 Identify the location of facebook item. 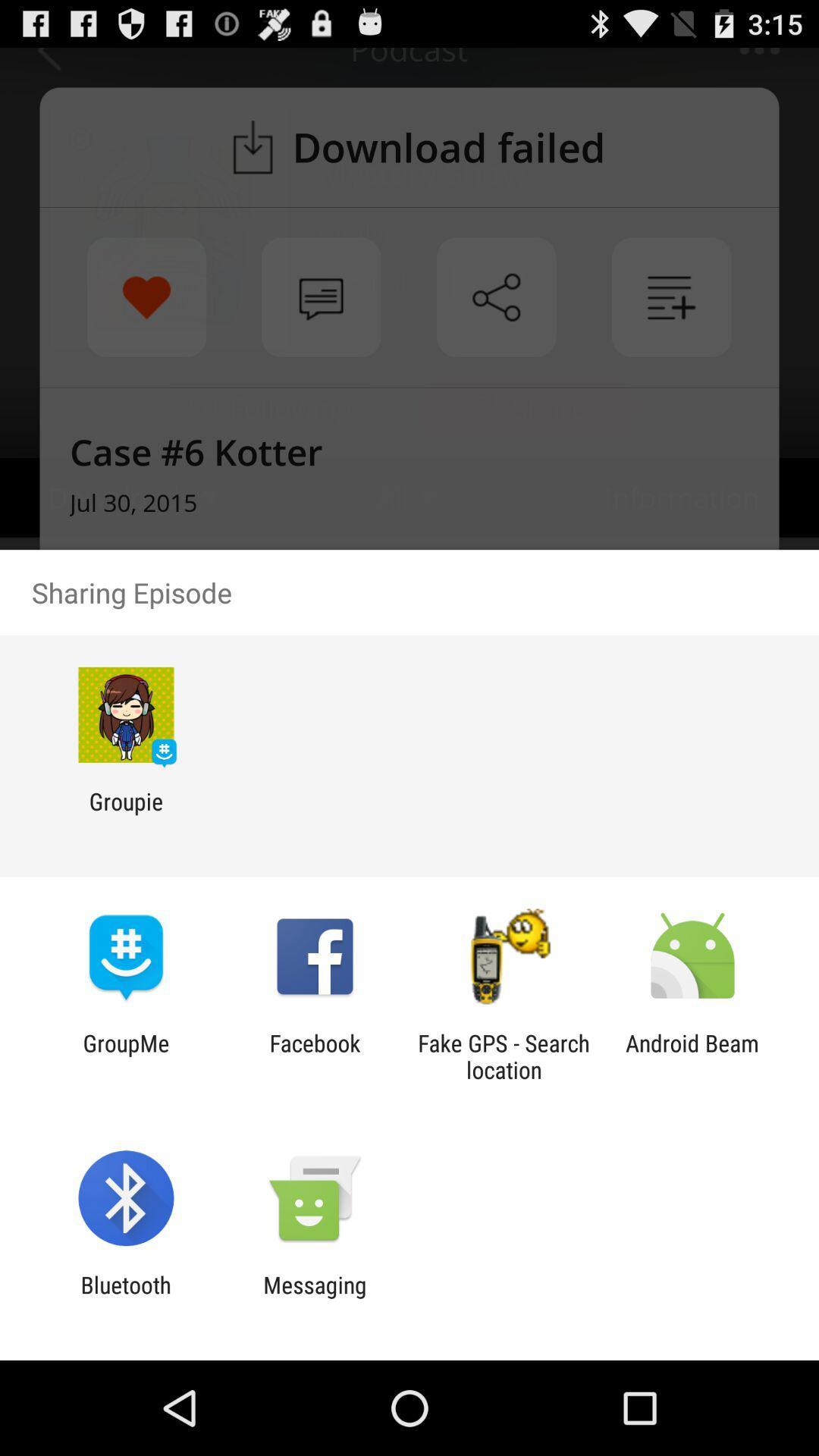
(314, 1056).